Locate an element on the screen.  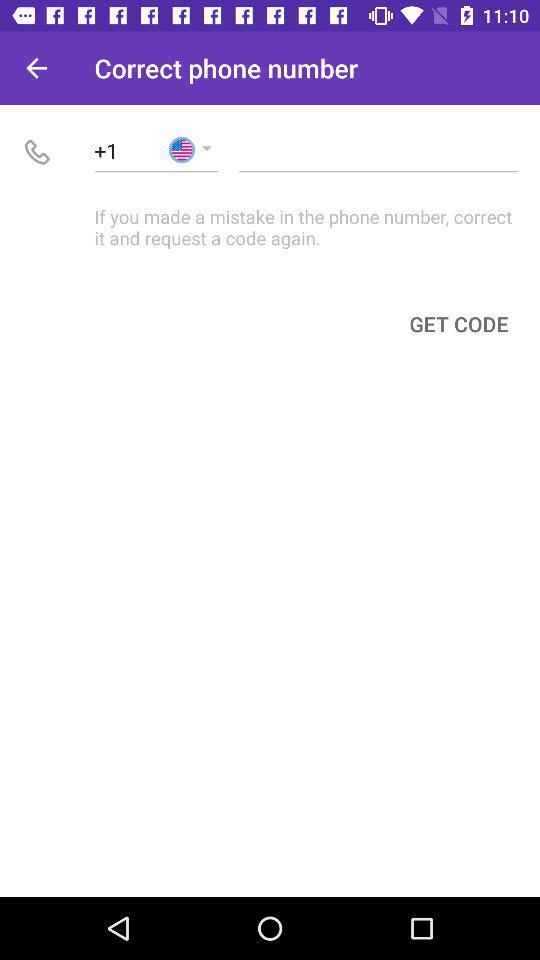
type phone number is located at coordinates (378, 149).